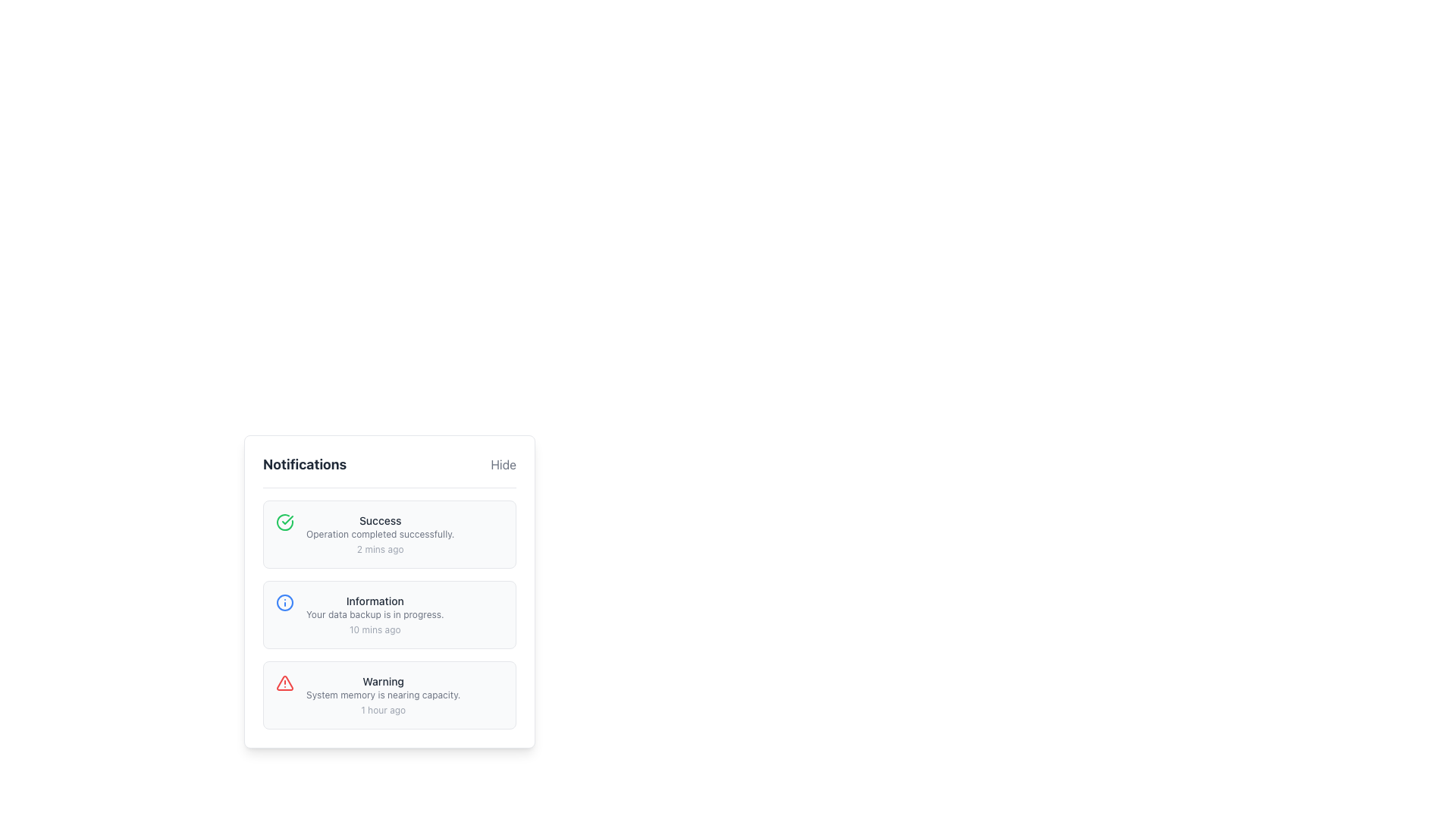 This screenshot has height=819, width=1456. What do you see at coordinates (380, 534) in the screenshot?
I see `the top notification message component, which indicates successful operation completion and includes a timestamp` at bounding box center [380, 534].